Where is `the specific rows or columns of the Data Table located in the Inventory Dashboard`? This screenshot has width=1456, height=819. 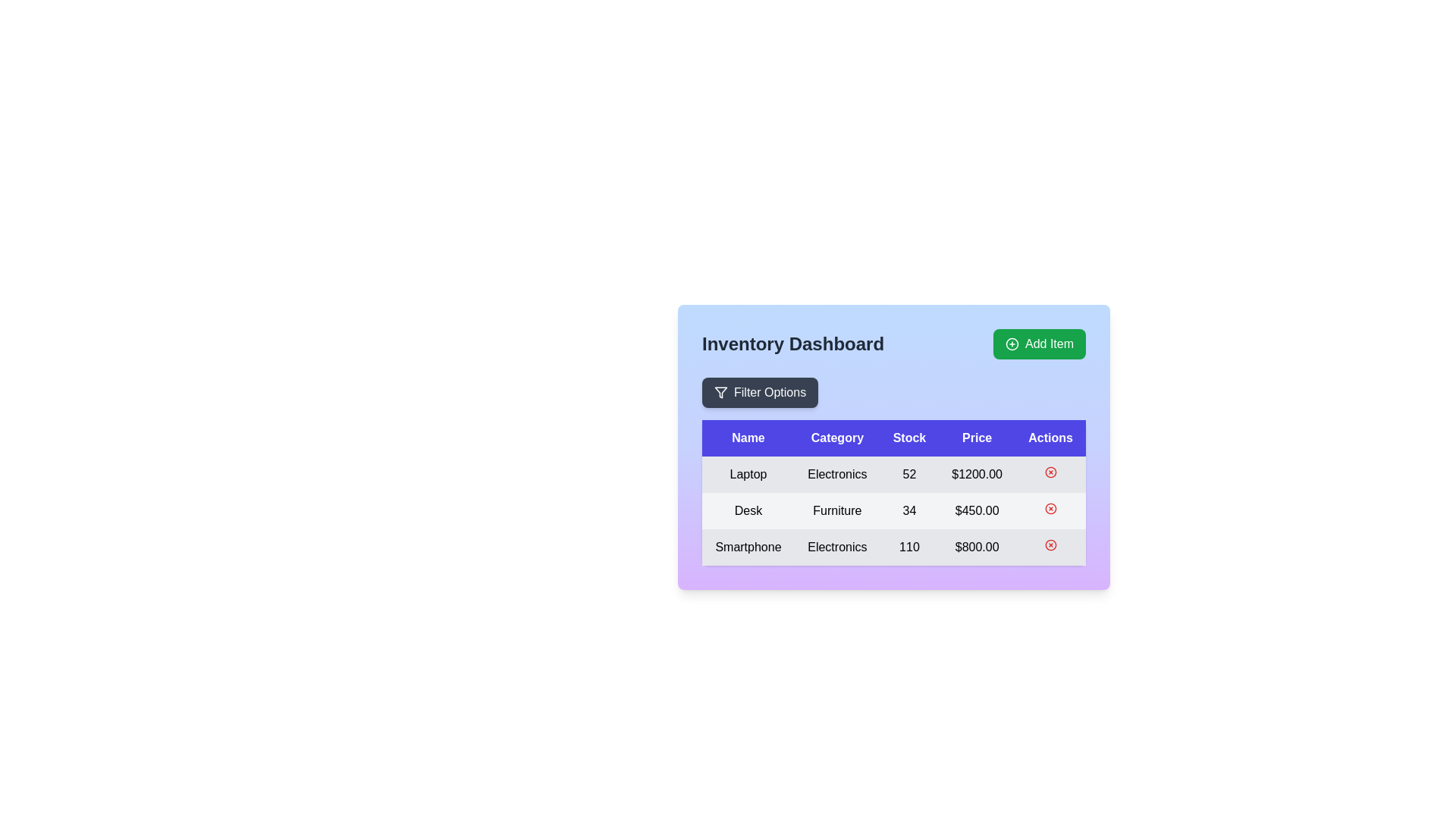
the specific rows or columns of the Data Table located in the Inventory Dashboard is located at coordinates (894, 470).